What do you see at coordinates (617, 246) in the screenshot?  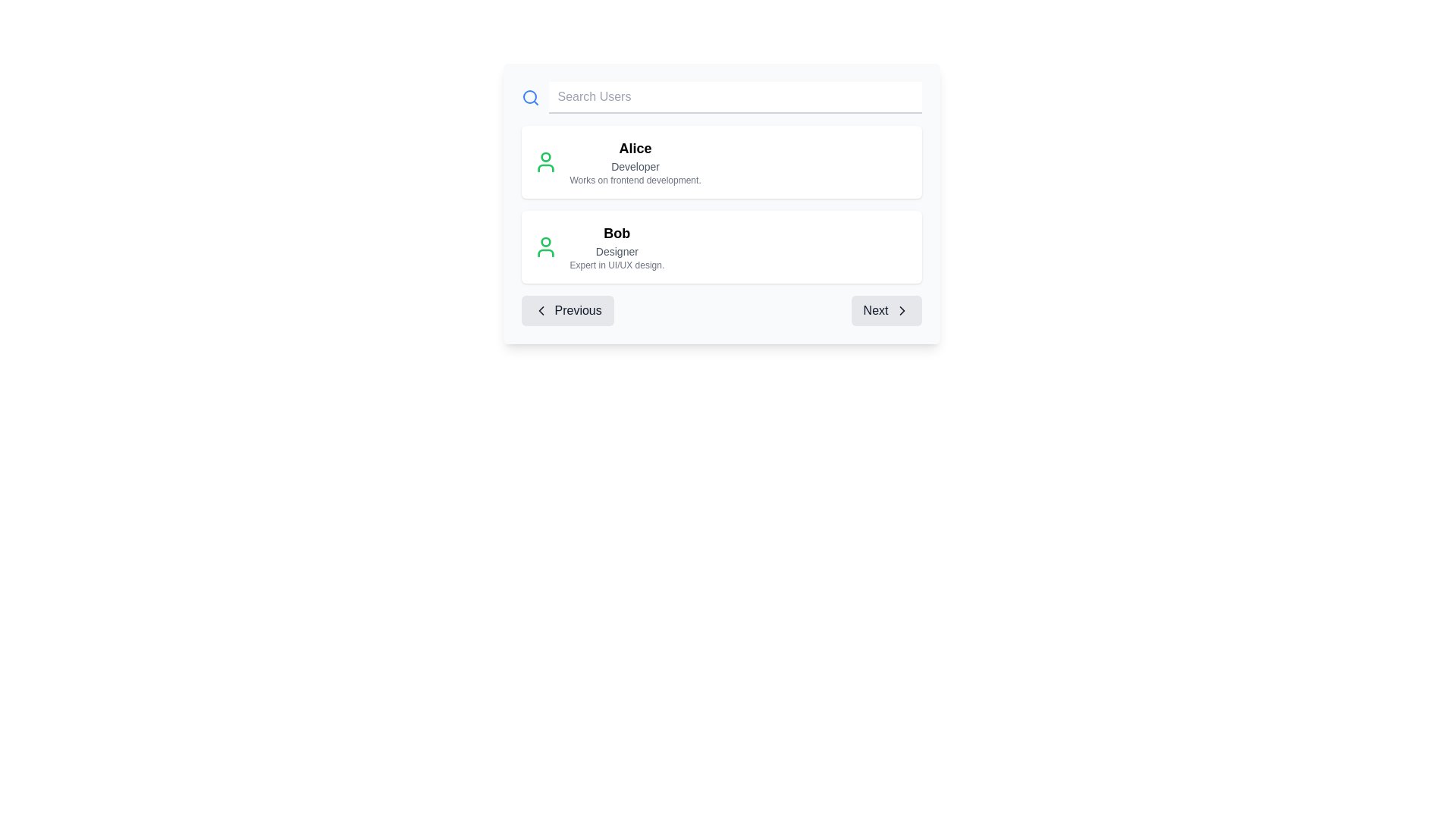 I see `user profile information displayed in the informational text located immediately beneath the entry labeled 'Alice - Developer' in the center of the interface` at bounding box center [617, 246].